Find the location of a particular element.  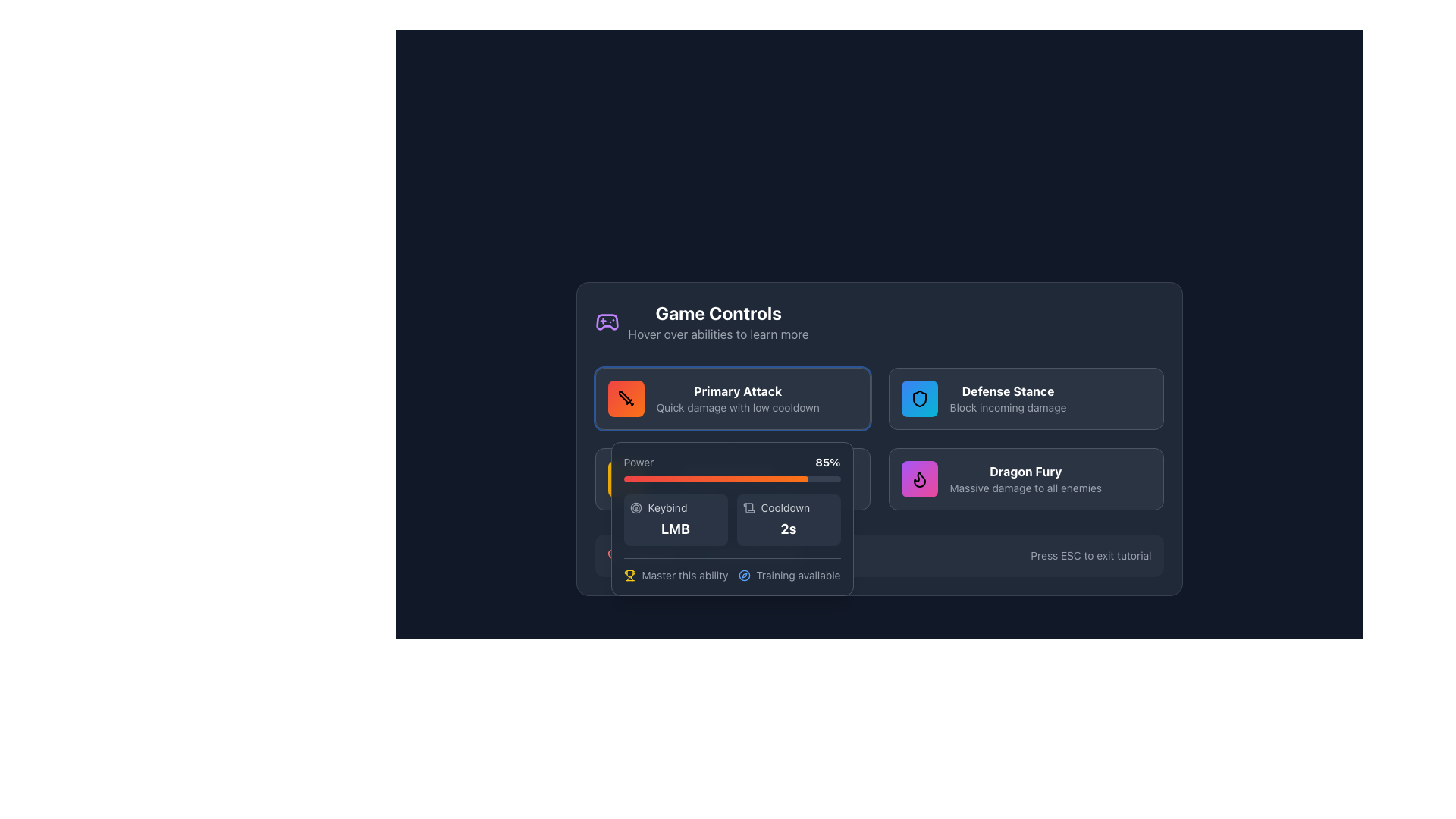

text from the Text Label that describes the keybinding information, located above the 'LMB' label and next to the target icon is located at coordinates (667, 508).